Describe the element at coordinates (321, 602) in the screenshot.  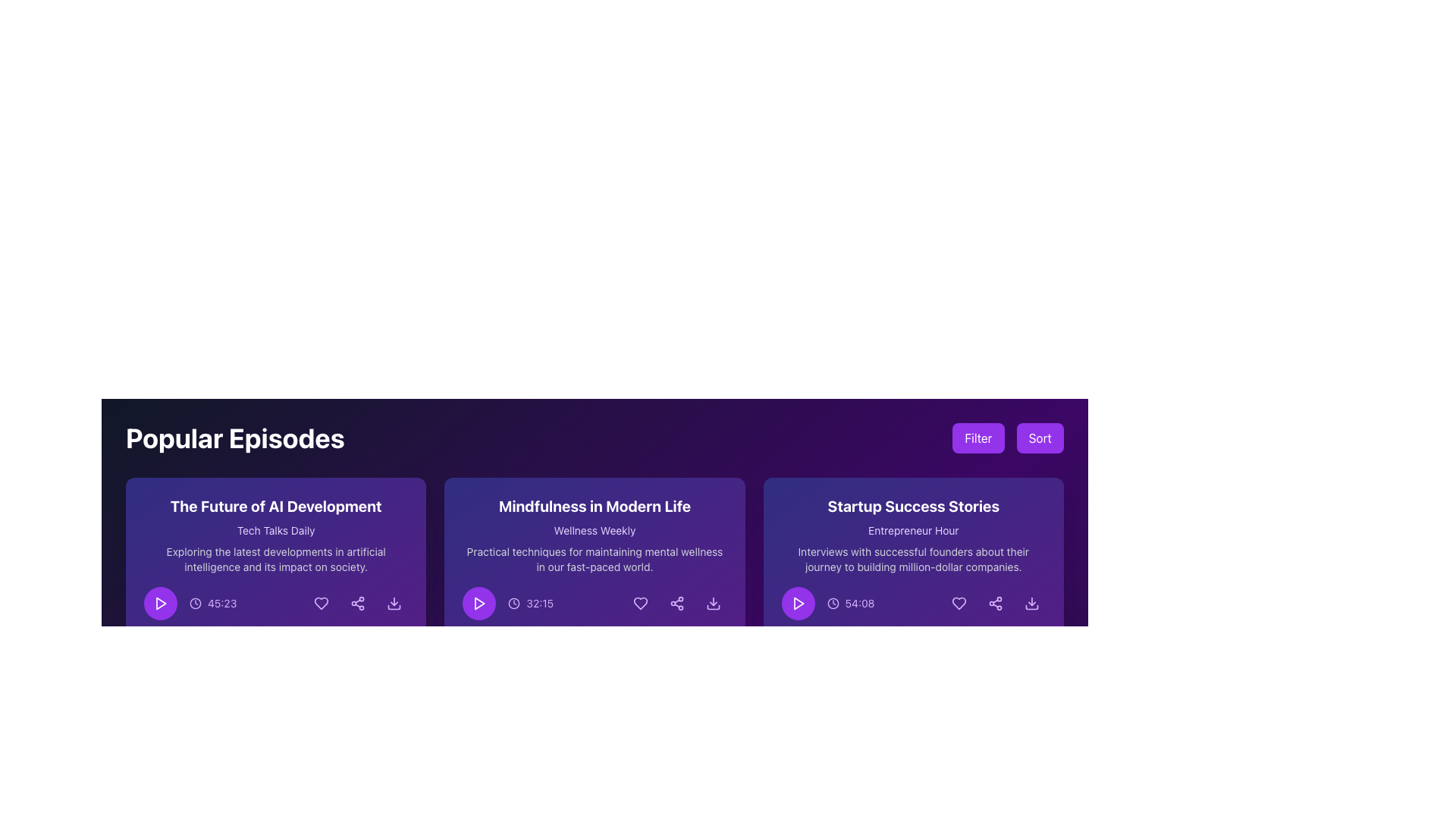
I see `the 'like' button located beneath the card titled 'The Future of AI Development' in the 'Popular Episodes' section to potentially display a tooltip` at that location.